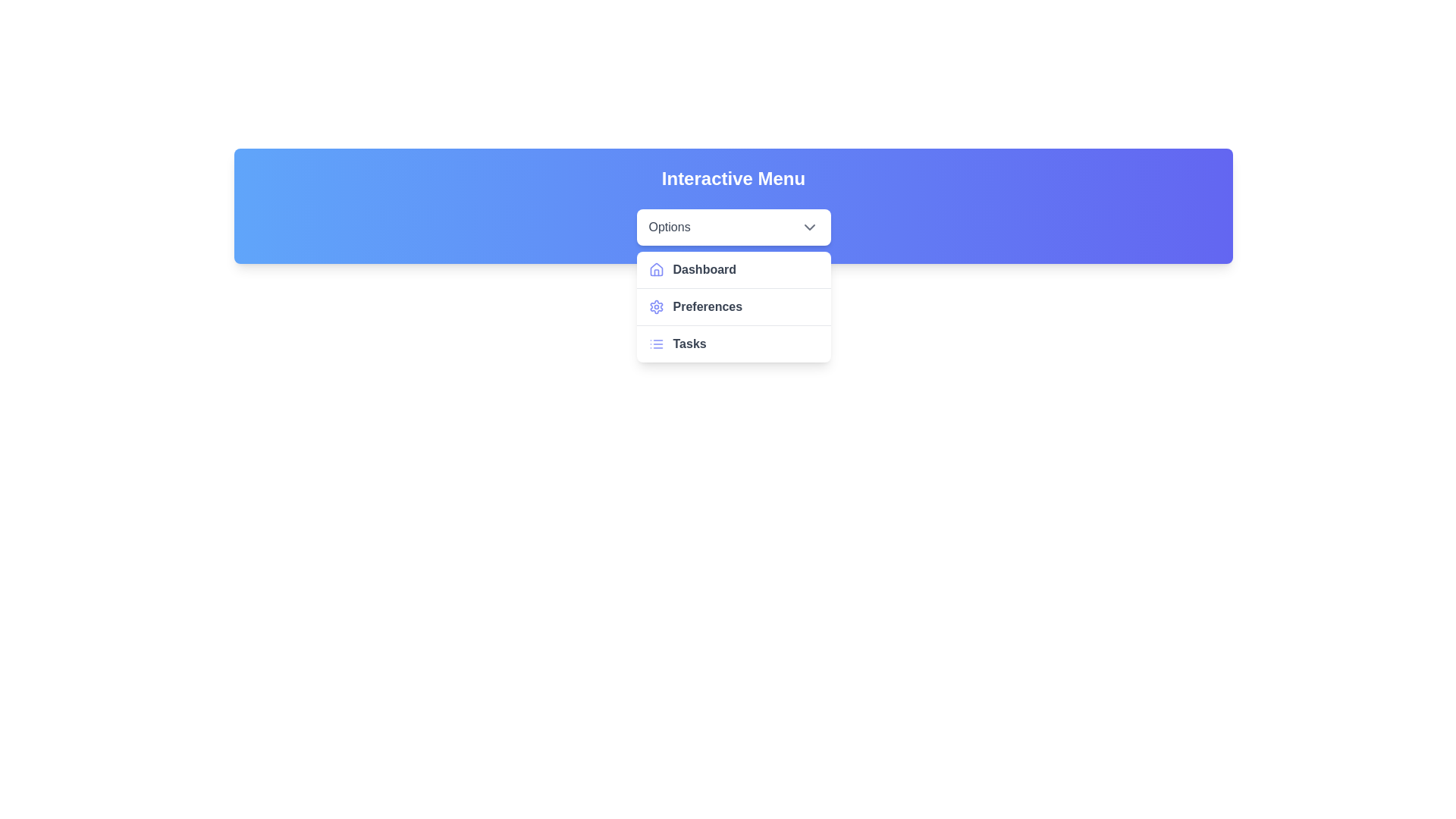  I want to click on the bulleted list icon styled in indigo, positioned to the left of the 'Tasks' text, so click(656, 344).